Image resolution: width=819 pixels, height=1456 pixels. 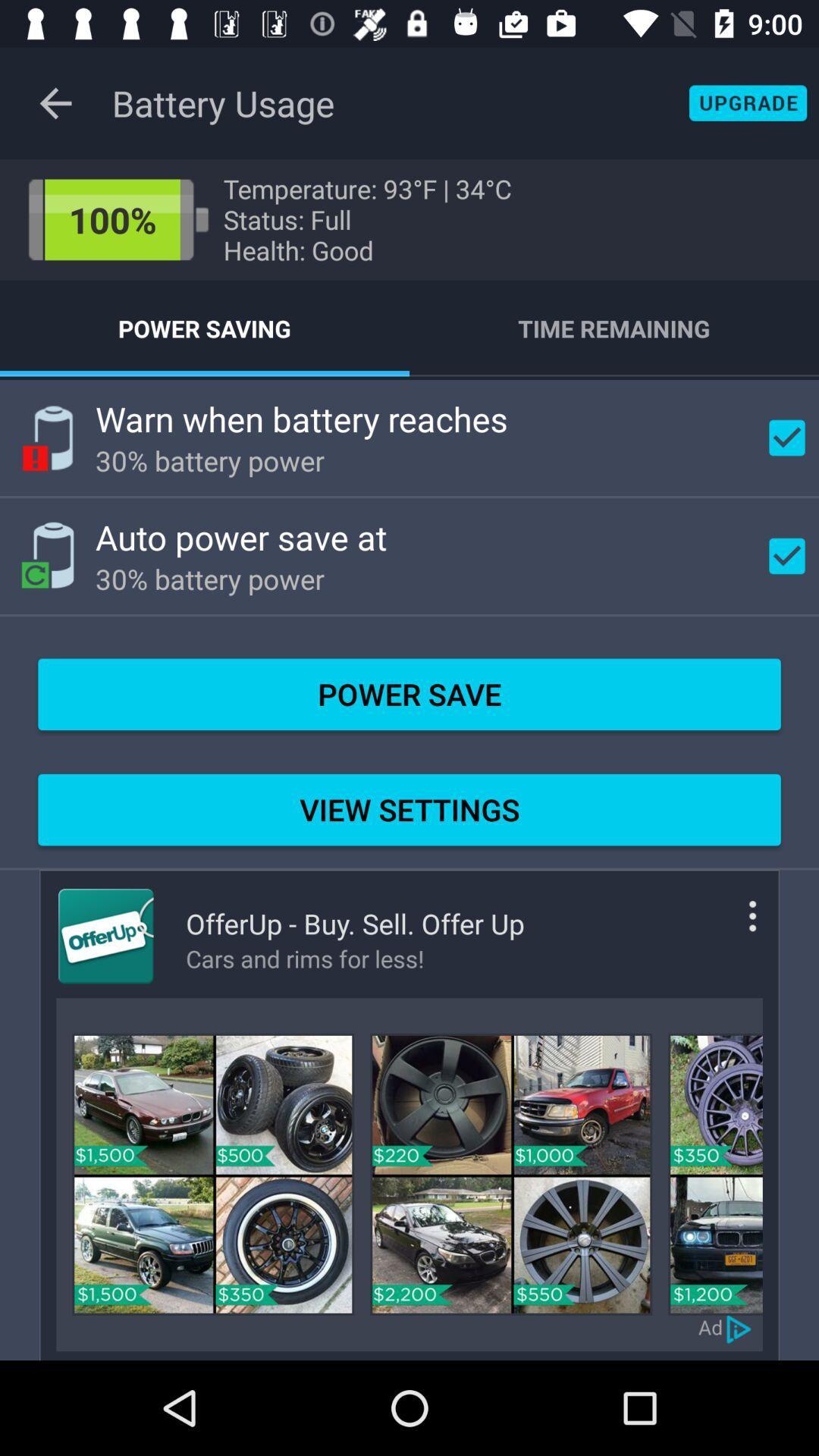 I want to click on icon below the cars and rims, so click(x=511, y=1173).